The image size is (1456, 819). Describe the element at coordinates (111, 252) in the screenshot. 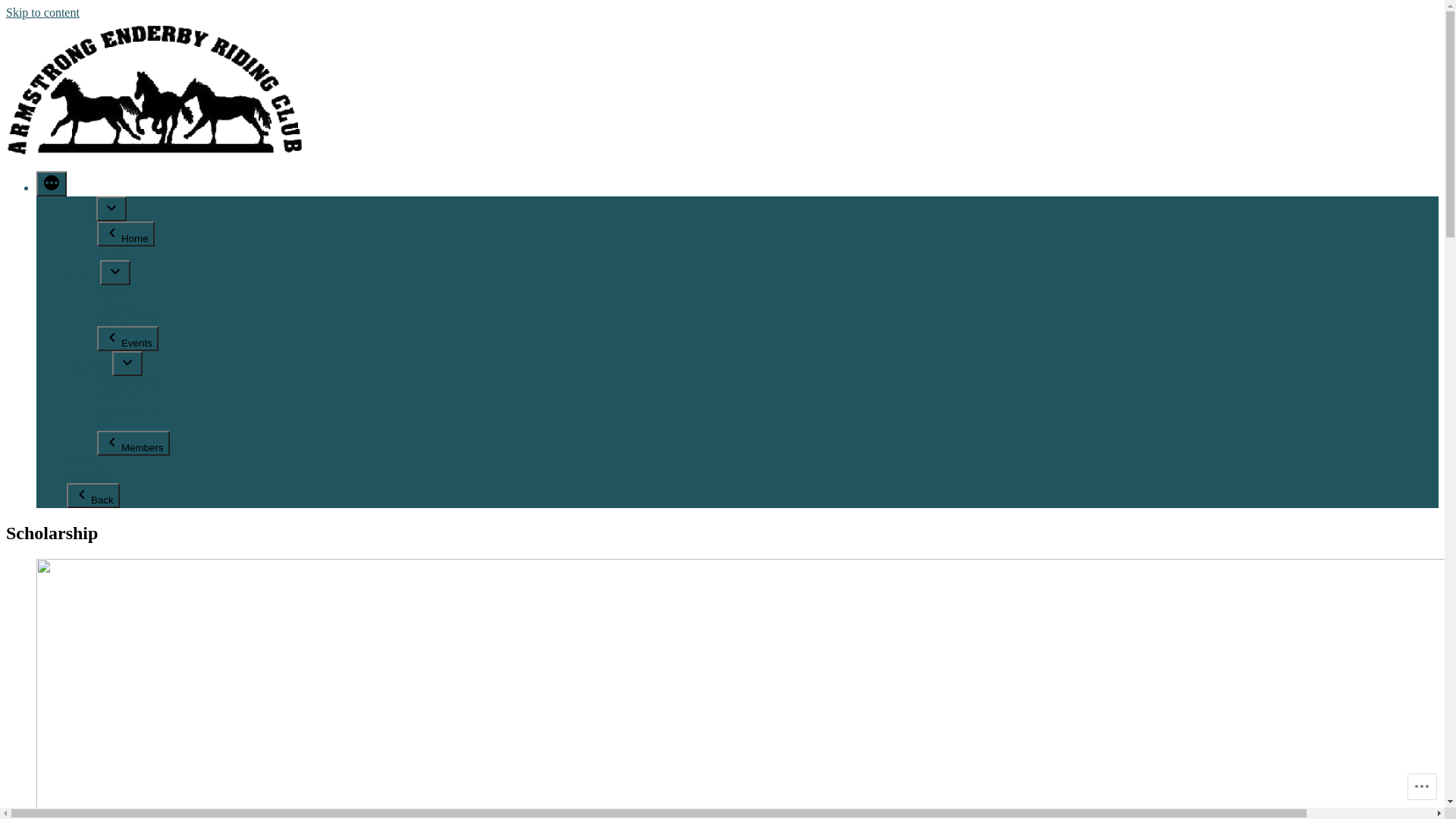

I see `'About'` at that location.